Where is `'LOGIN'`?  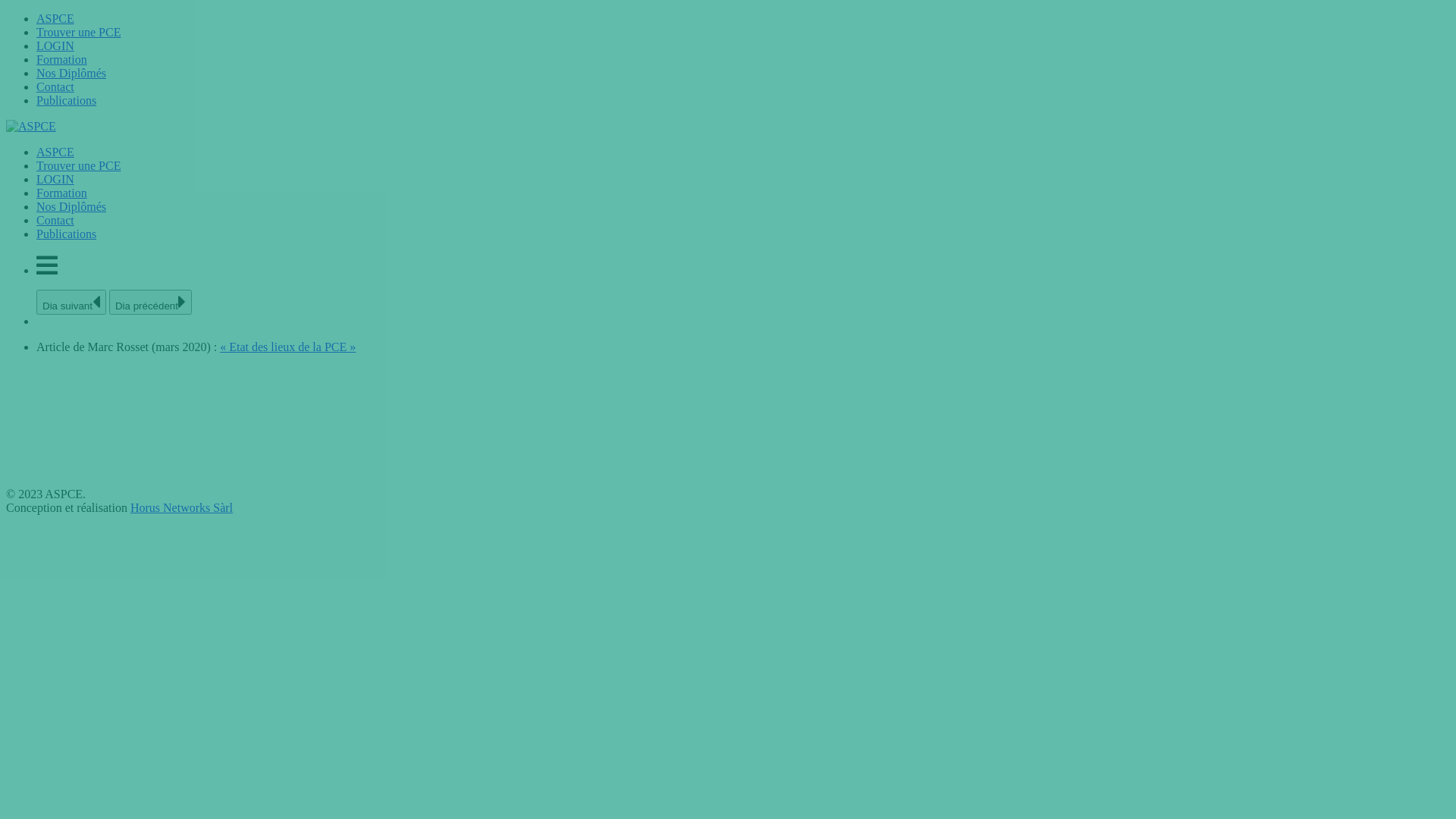 'LOGIN' is located at coordinates (36, 45).